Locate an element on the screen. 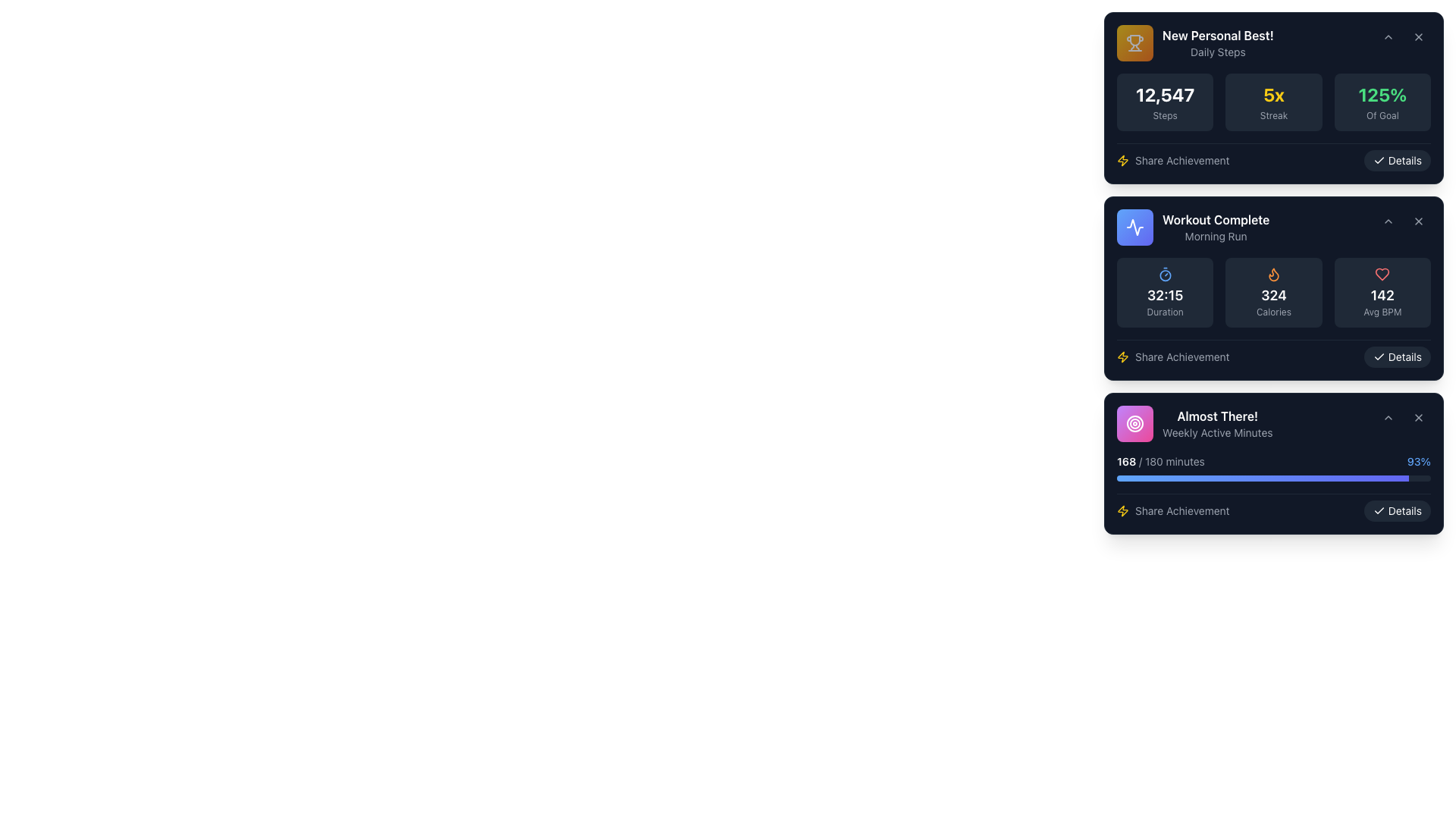  the chevron button in the upper-right corner of the 'Workout Complete' panel is located at coordinates (1403, 221).